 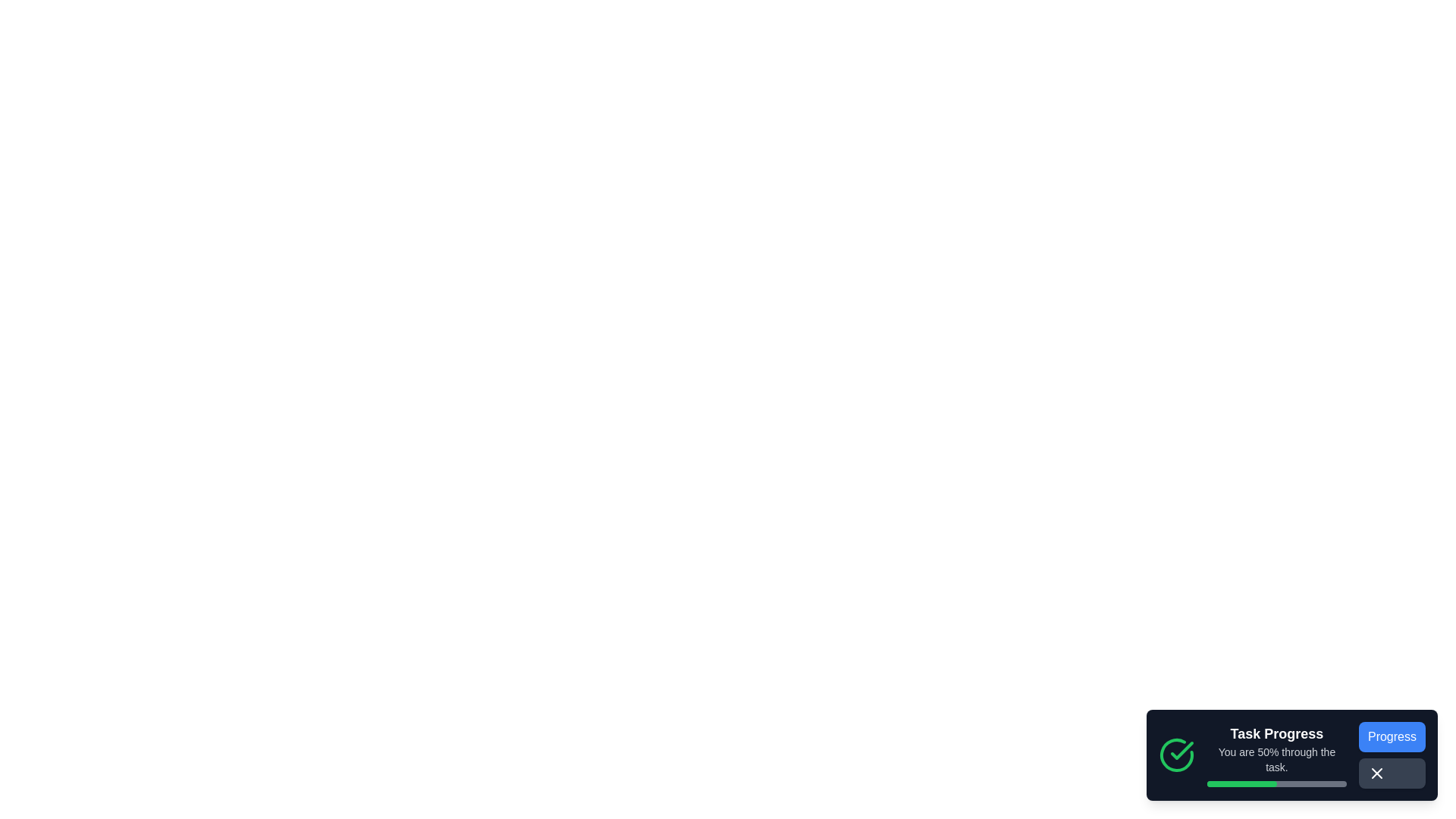 What do you see at coordinates (1392, 736) in the screenshot?
I see `'Progress' button to increase the progress` at bounding box center [1392, 736].